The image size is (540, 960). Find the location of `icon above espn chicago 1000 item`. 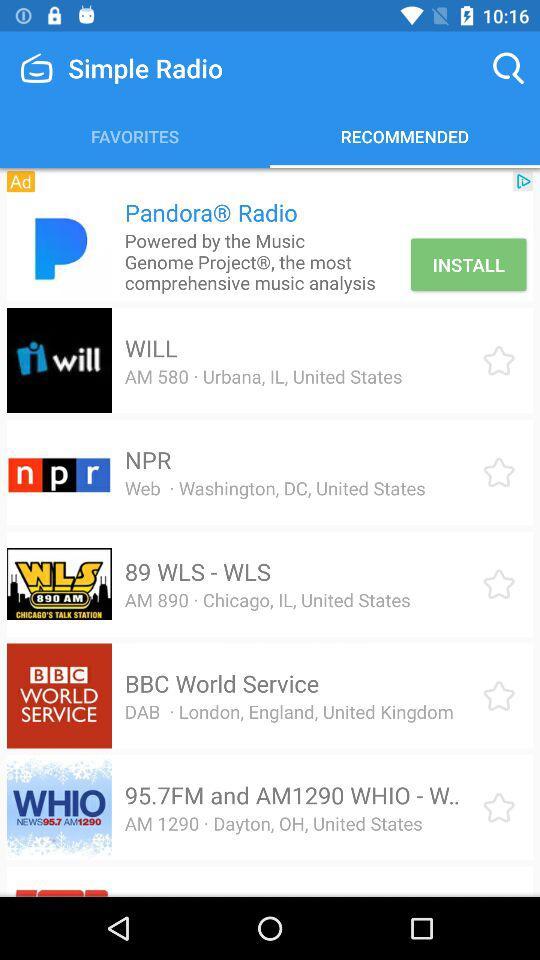

icon above espn chicago 1000 item is located at coordinates (272, 823).